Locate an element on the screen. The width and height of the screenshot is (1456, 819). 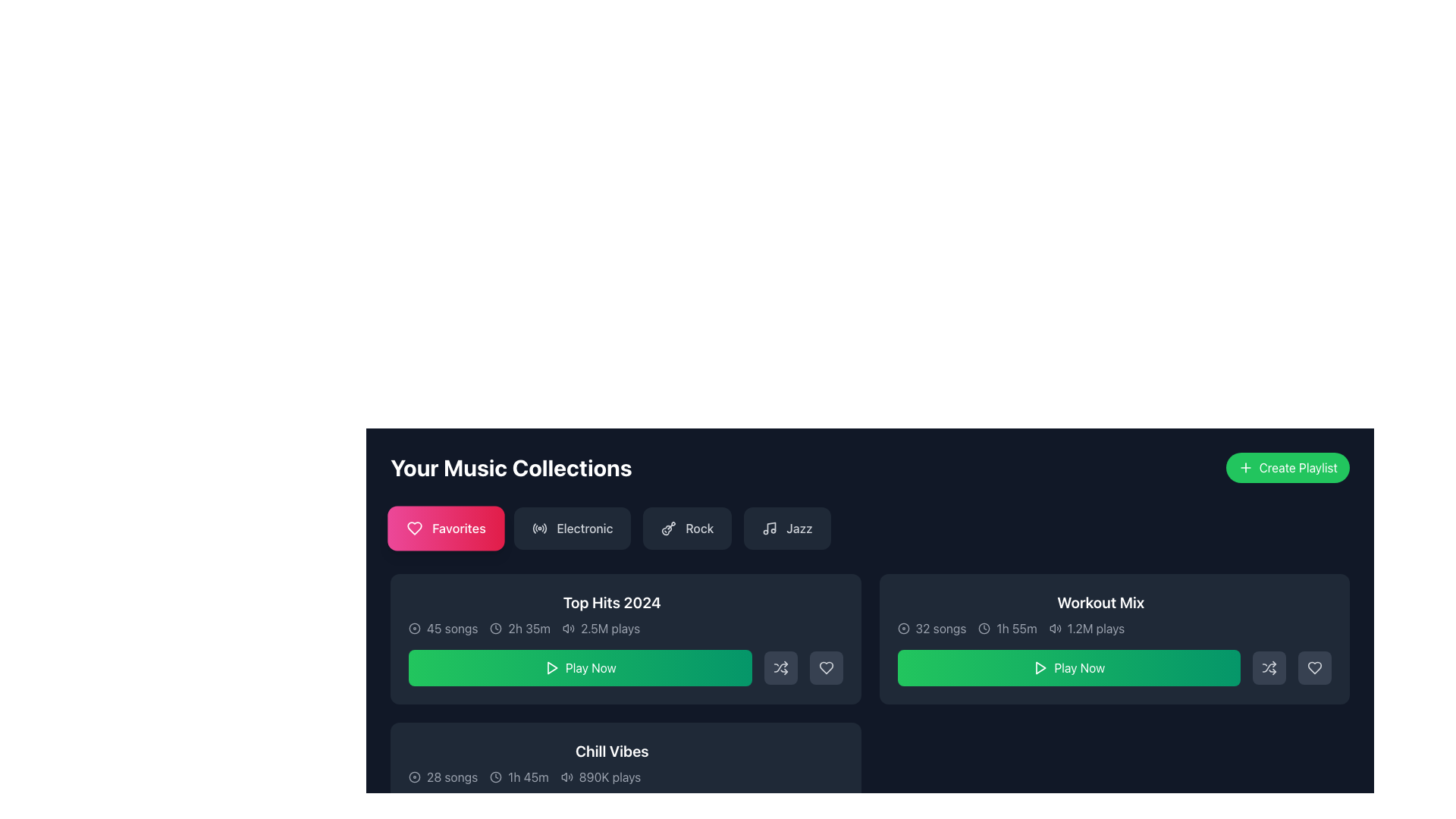
the graphical icon (circular shape) located in the bottom-left section of the music collection interface is located at coordinates (415, 777).